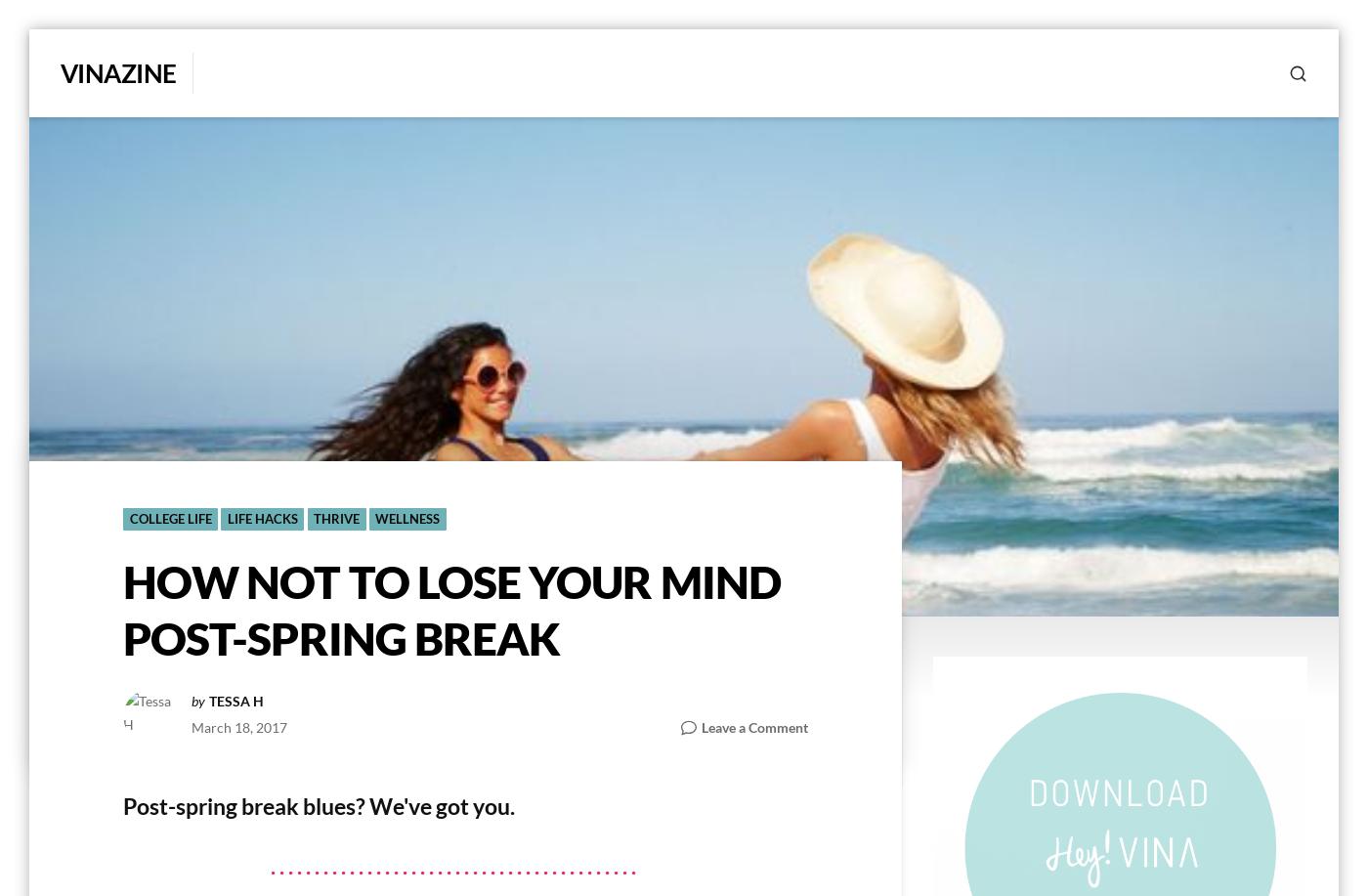  What do you see at coordinates (753, 726) in the screenshot?
I see `'Leave a Comment'` at bounding box center [753, 726].